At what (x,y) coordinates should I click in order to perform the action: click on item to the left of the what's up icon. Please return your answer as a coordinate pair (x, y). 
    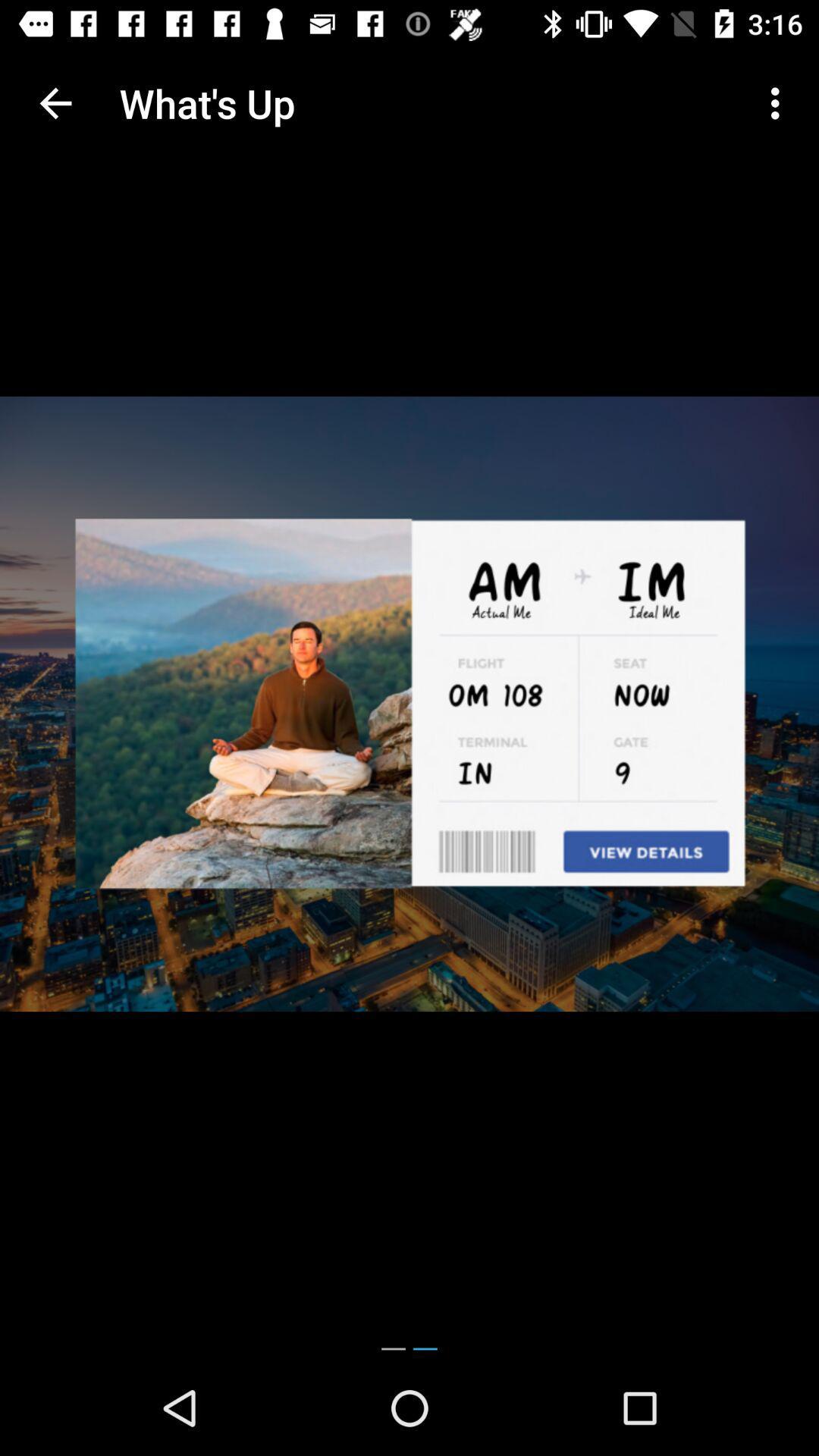
    Looking at the image, I should click on (55, 102).